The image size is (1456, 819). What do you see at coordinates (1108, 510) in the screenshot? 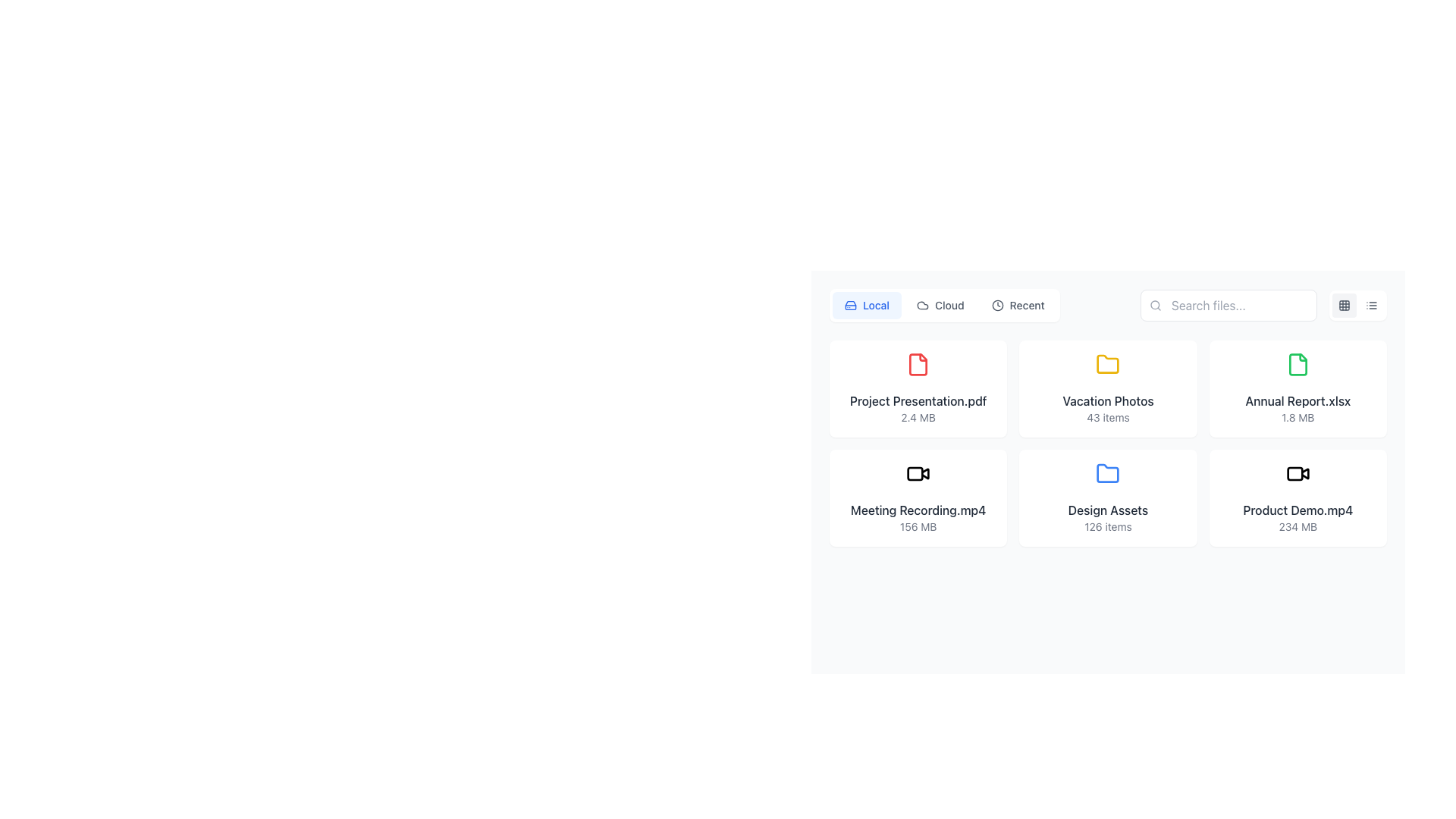
I see `text label displaying 'Design Assets' located in the second column of the second row, below the blue folder icon` at bounding box center [1108, 510].